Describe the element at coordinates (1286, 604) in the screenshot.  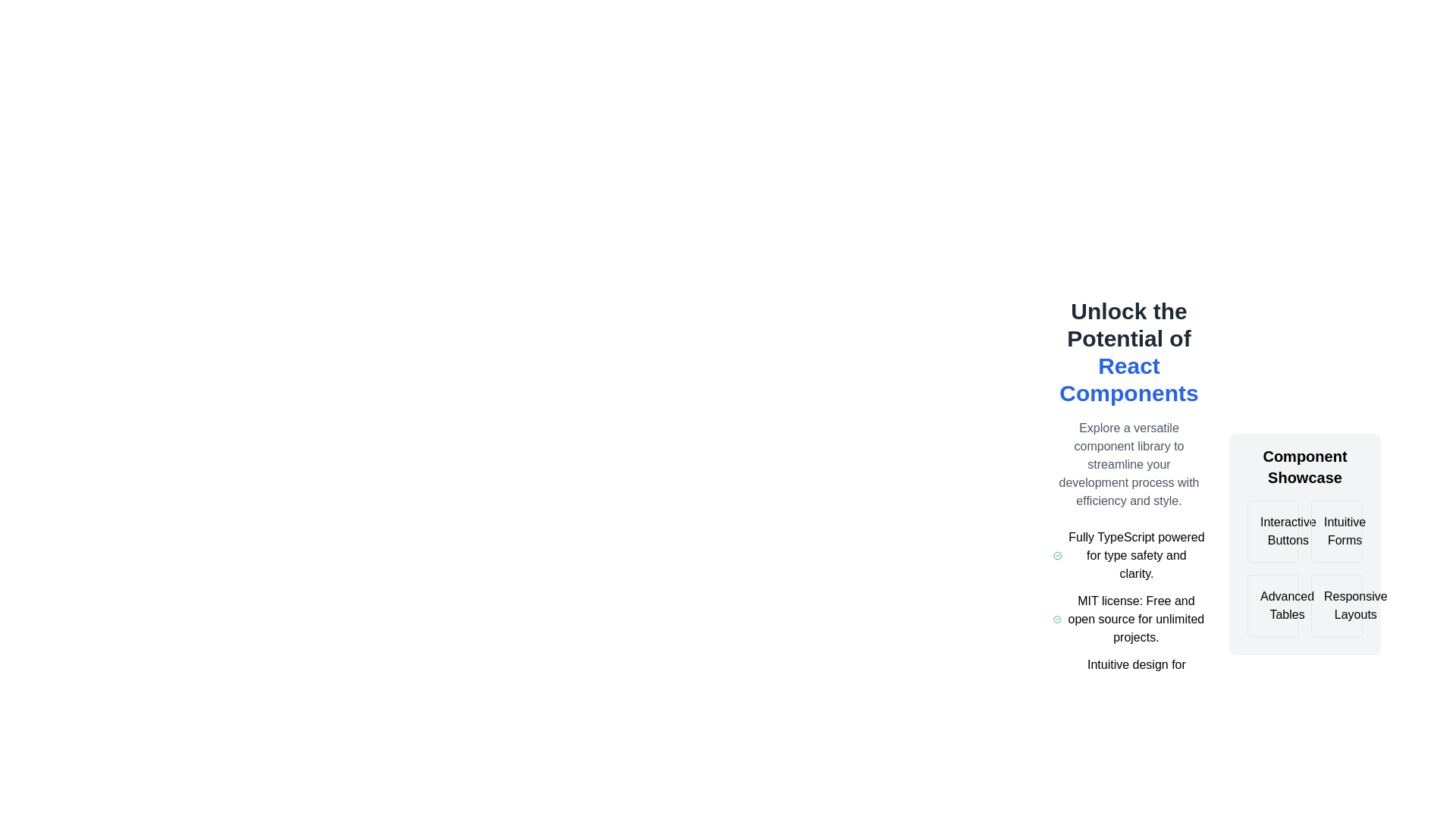
I see `the text label in the 'Component Showcase' section, located in the lower-left cell of the grid, which represents the 'Advanced Tables' feature` at that location.